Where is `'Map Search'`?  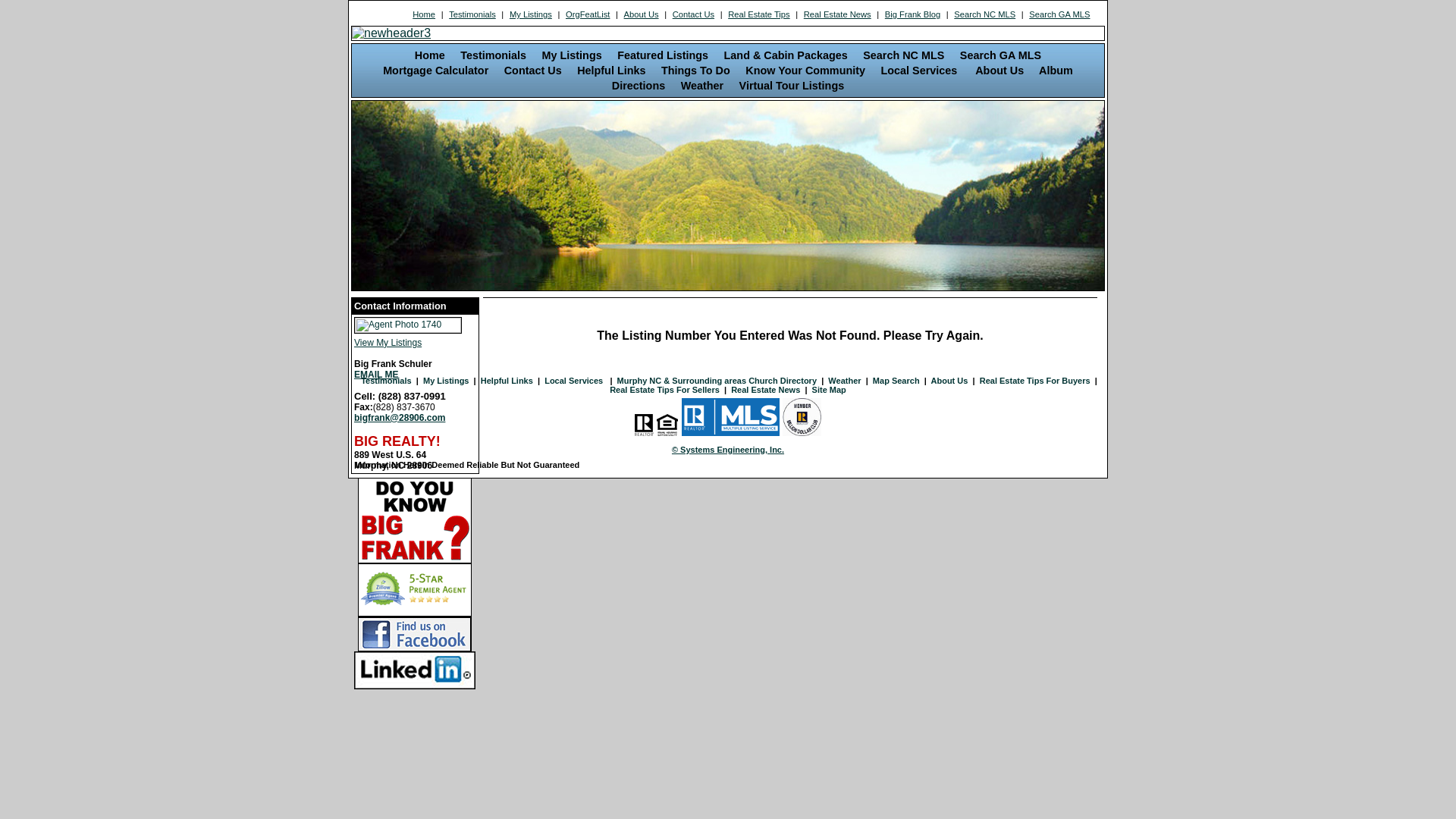 'Map Search' is located at coordinates (873, 379).